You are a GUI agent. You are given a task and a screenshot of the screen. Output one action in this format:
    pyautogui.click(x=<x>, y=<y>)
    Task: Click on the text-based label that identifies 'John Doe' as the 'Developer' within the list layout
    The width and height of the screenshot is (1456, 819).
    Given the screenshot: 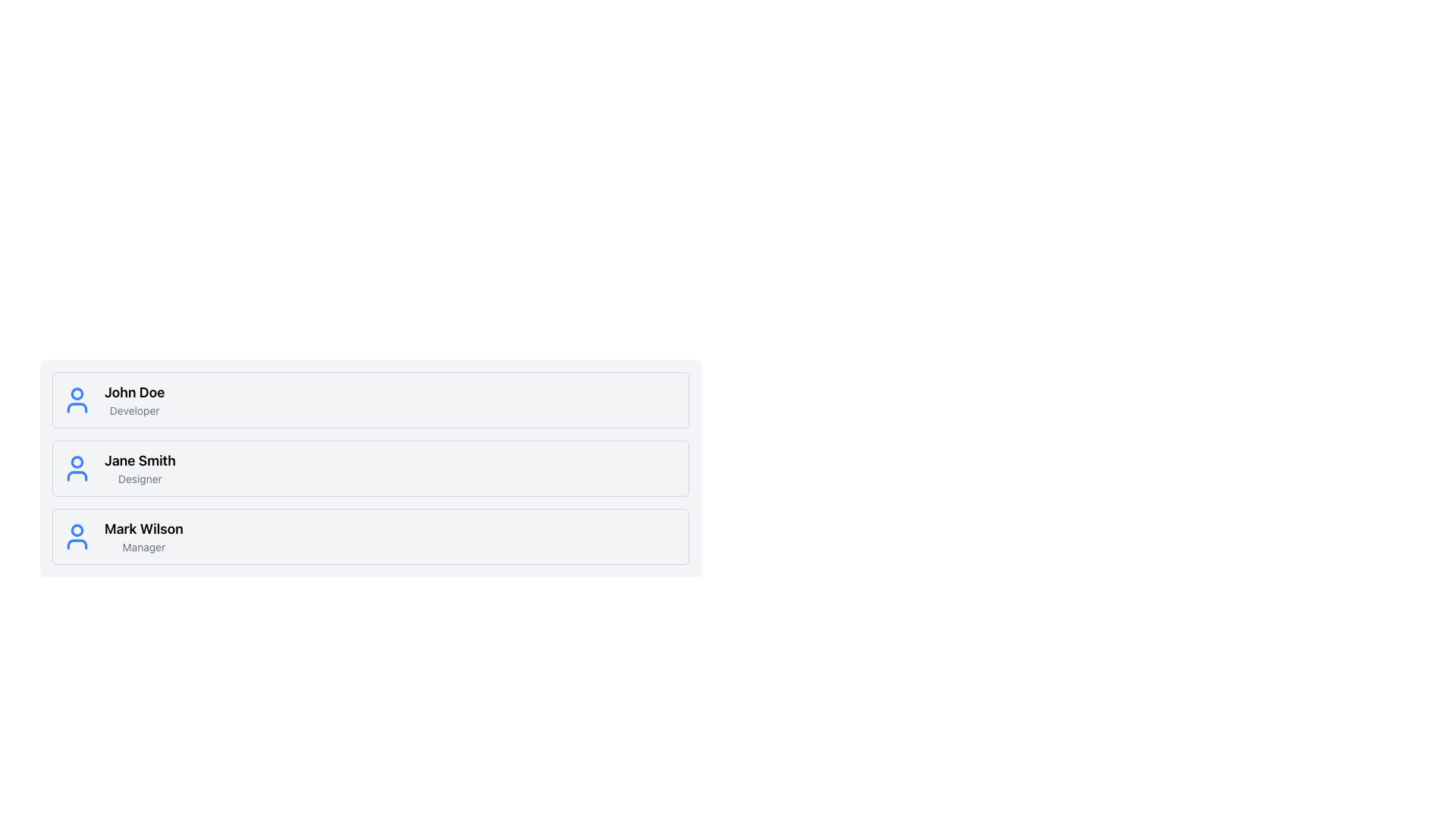 What is the action you would take?
    pyautogui.click(x=134, y=400)
    